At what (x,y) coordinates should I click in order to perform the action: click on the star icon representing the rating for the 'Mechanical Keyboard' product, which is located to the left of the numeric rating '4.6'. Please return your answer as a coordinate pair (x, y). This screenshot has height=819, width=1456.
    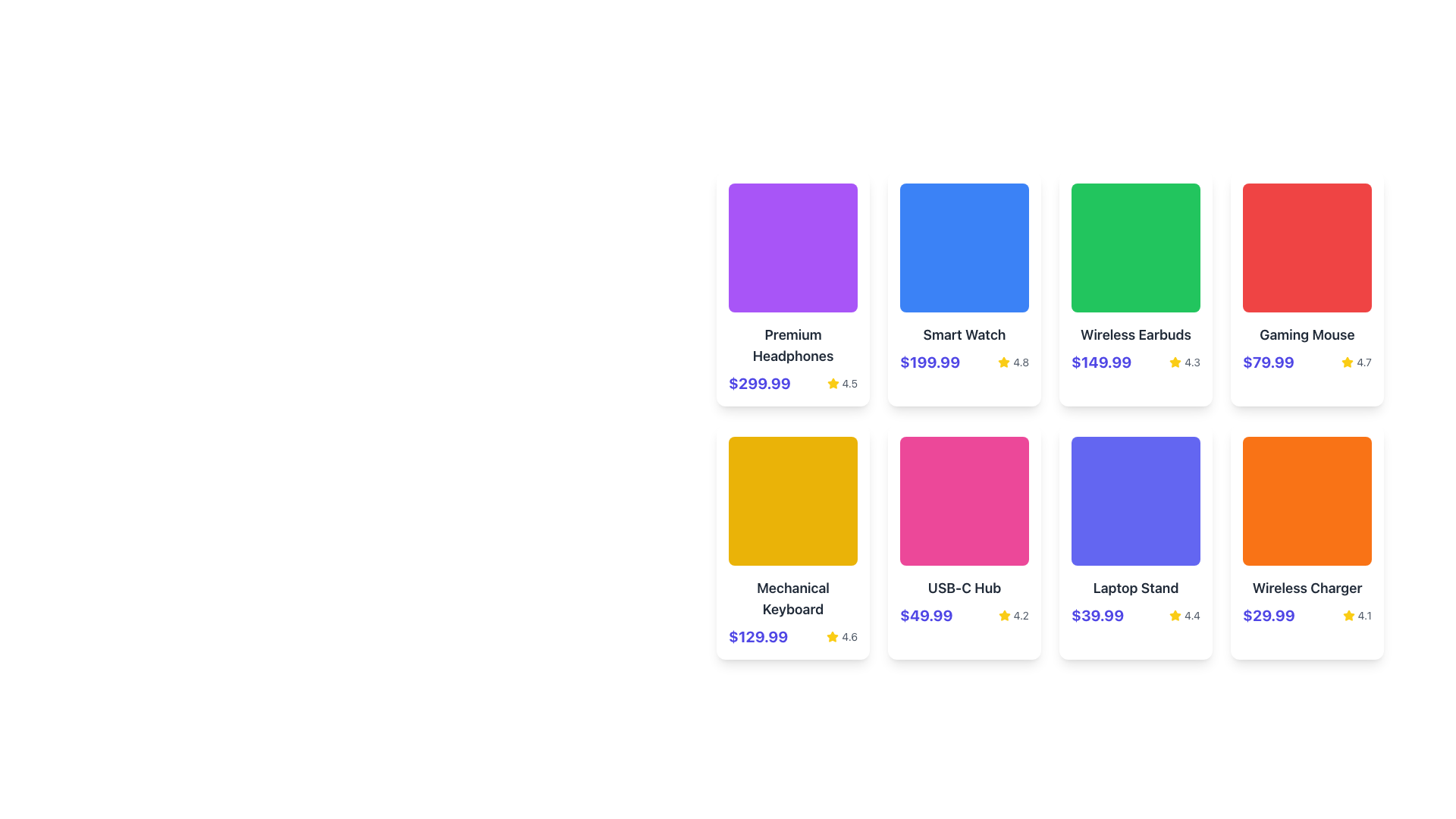
    Looking at the image, I should click on (832, 637).